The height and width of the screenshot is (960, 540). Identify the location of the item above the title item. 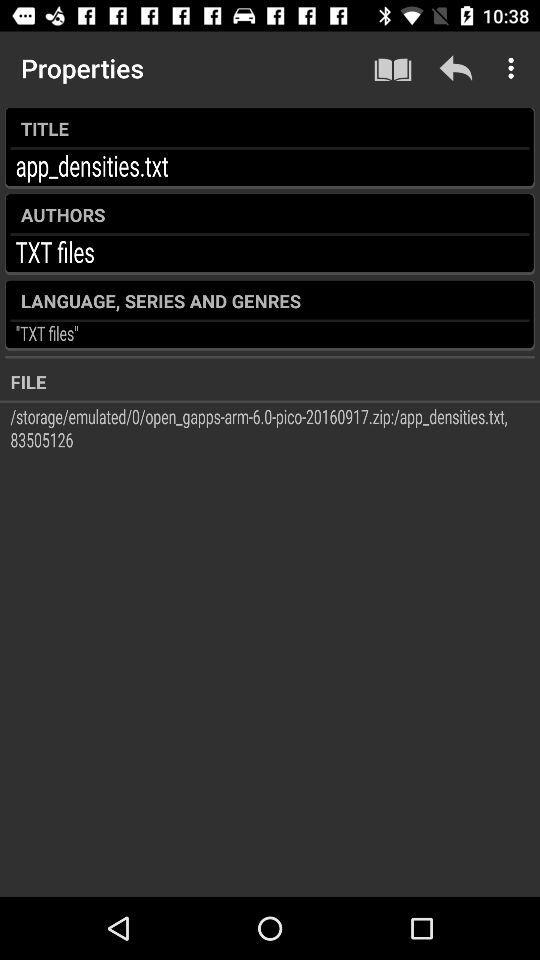
(393, 68).